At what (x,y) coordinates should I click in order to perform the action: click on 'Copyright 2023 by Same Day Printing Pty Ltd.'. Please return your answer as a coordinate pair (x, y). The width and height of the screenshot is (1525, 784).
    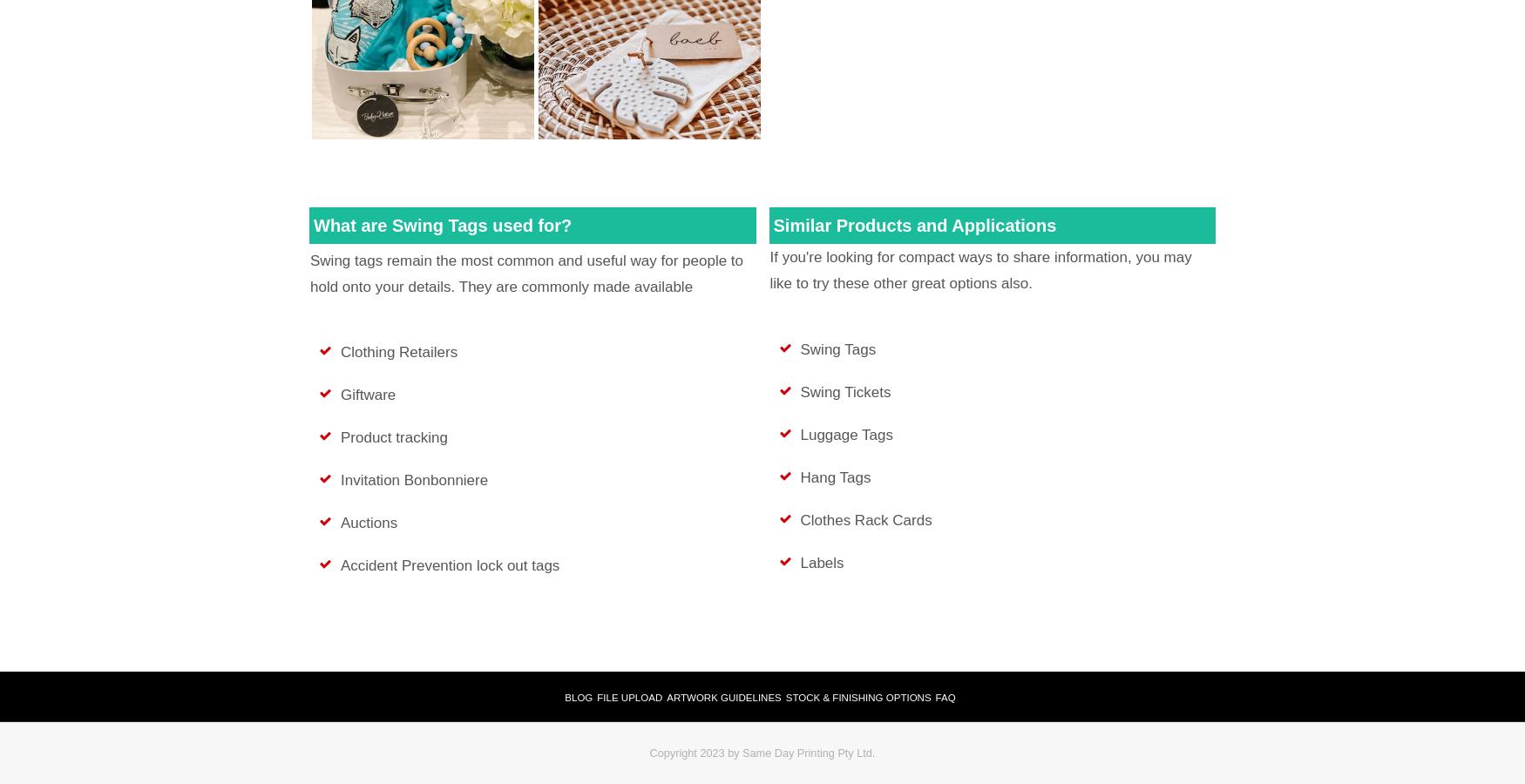
    Looking at the image, I should click on (762, 753).